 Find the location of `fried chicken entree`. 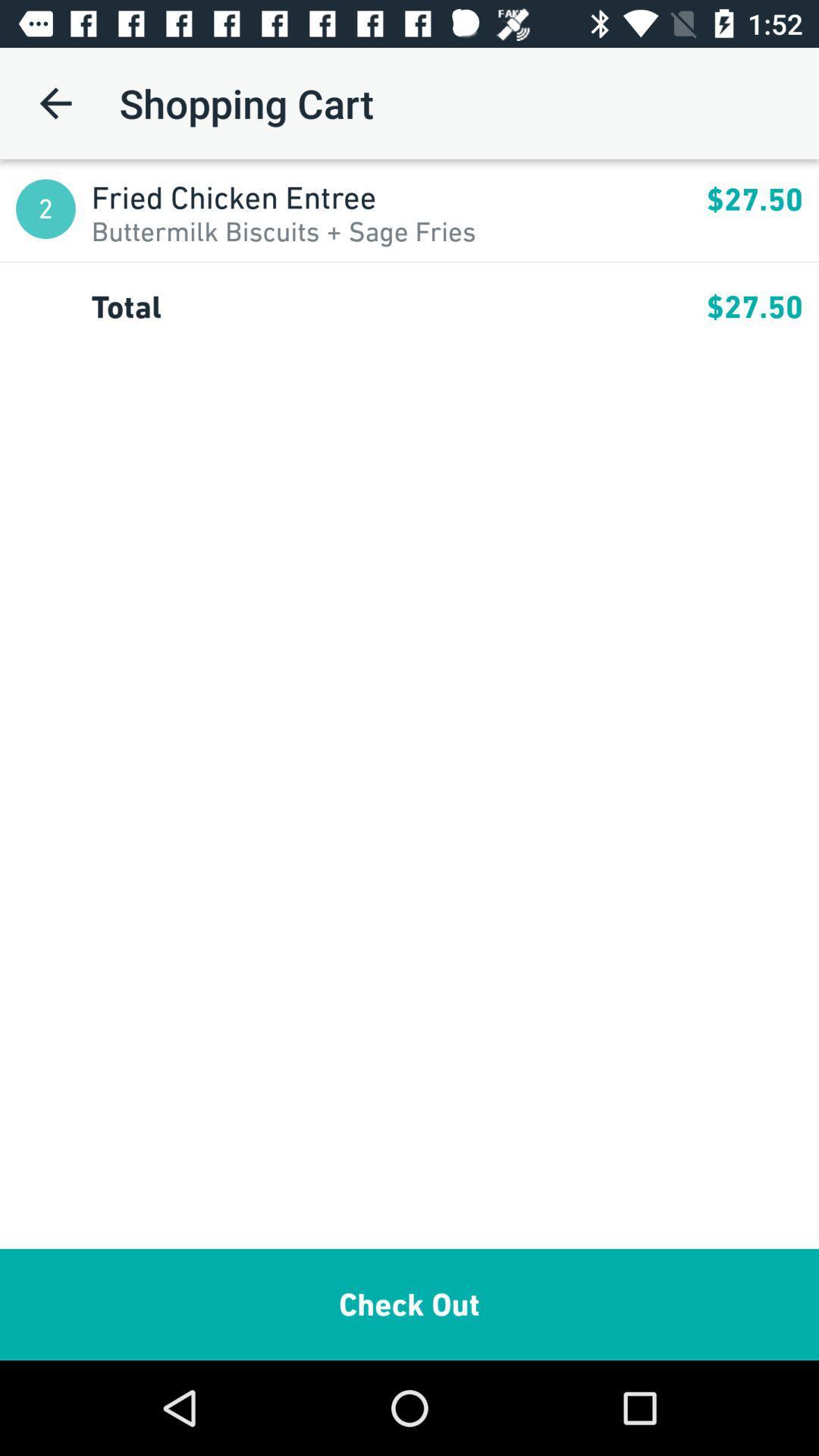

fried chicken entree is located at coordinates (398, 196).